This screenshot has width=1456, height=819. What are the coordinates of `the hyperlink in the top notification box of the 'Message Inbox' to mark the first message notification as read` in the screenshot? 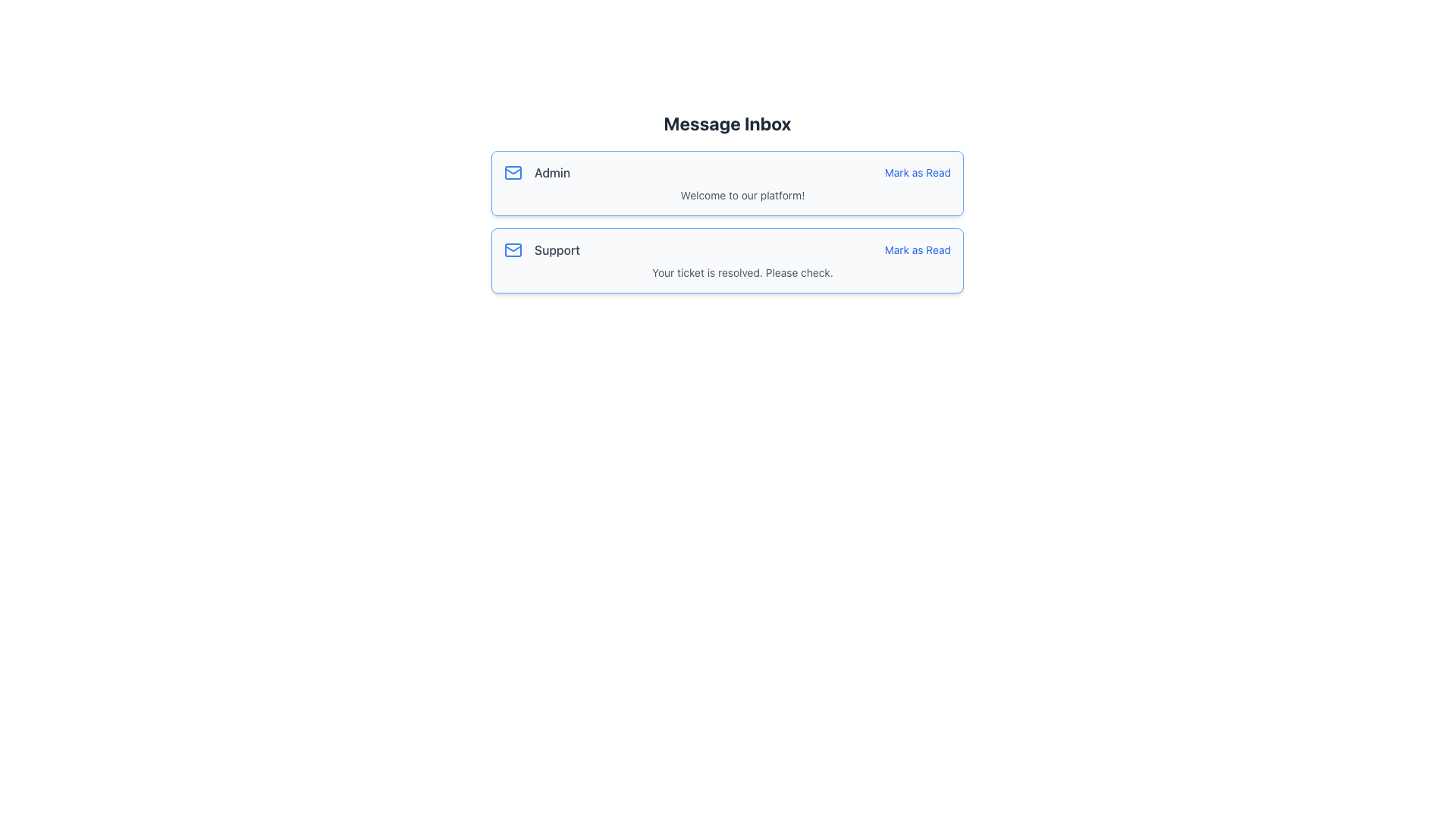 It's located at (916, 171).